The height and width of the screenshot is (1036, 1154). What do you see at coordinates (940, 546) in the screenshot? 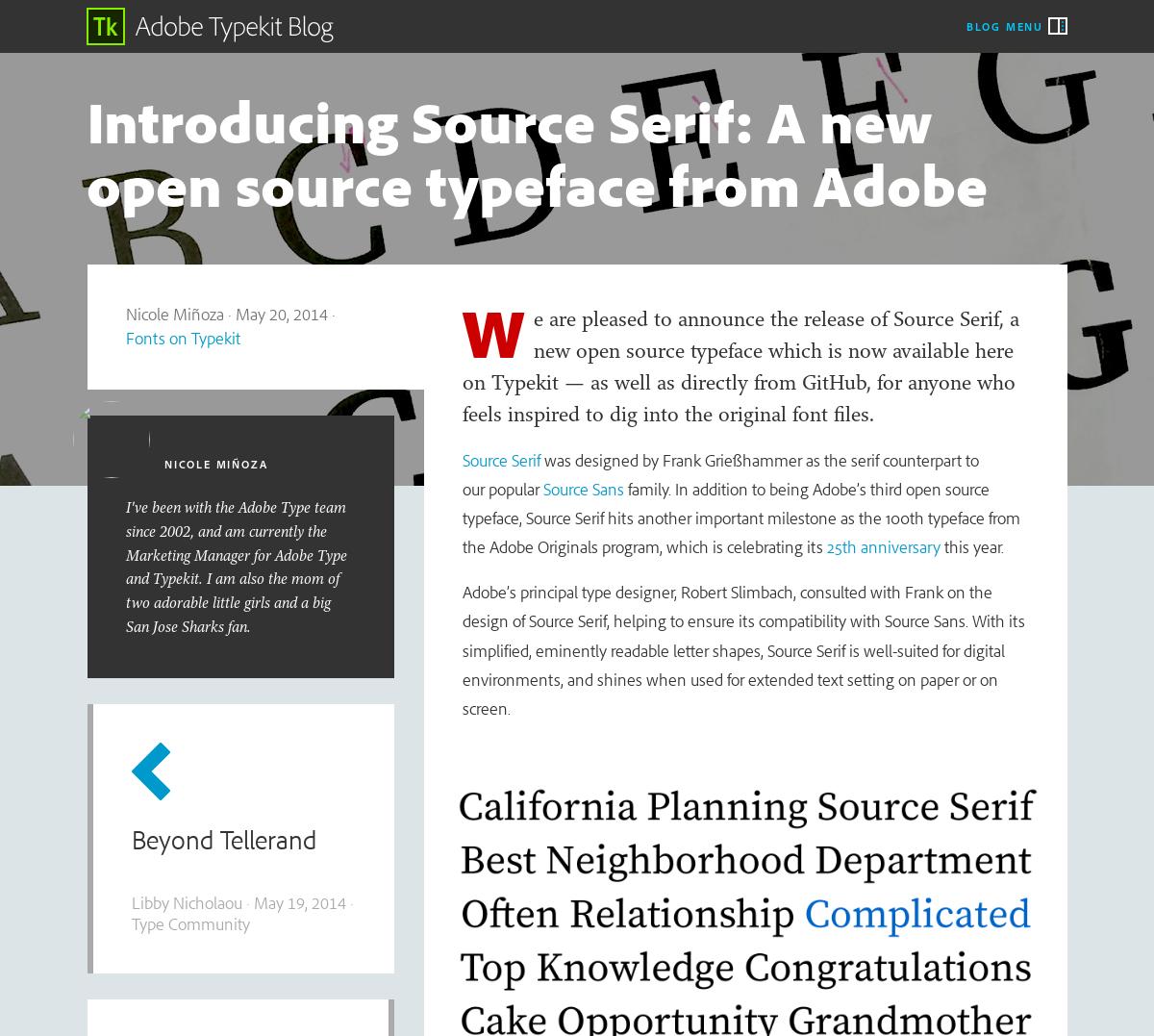
I see `'this year.'` at bounding box center [940, 546].